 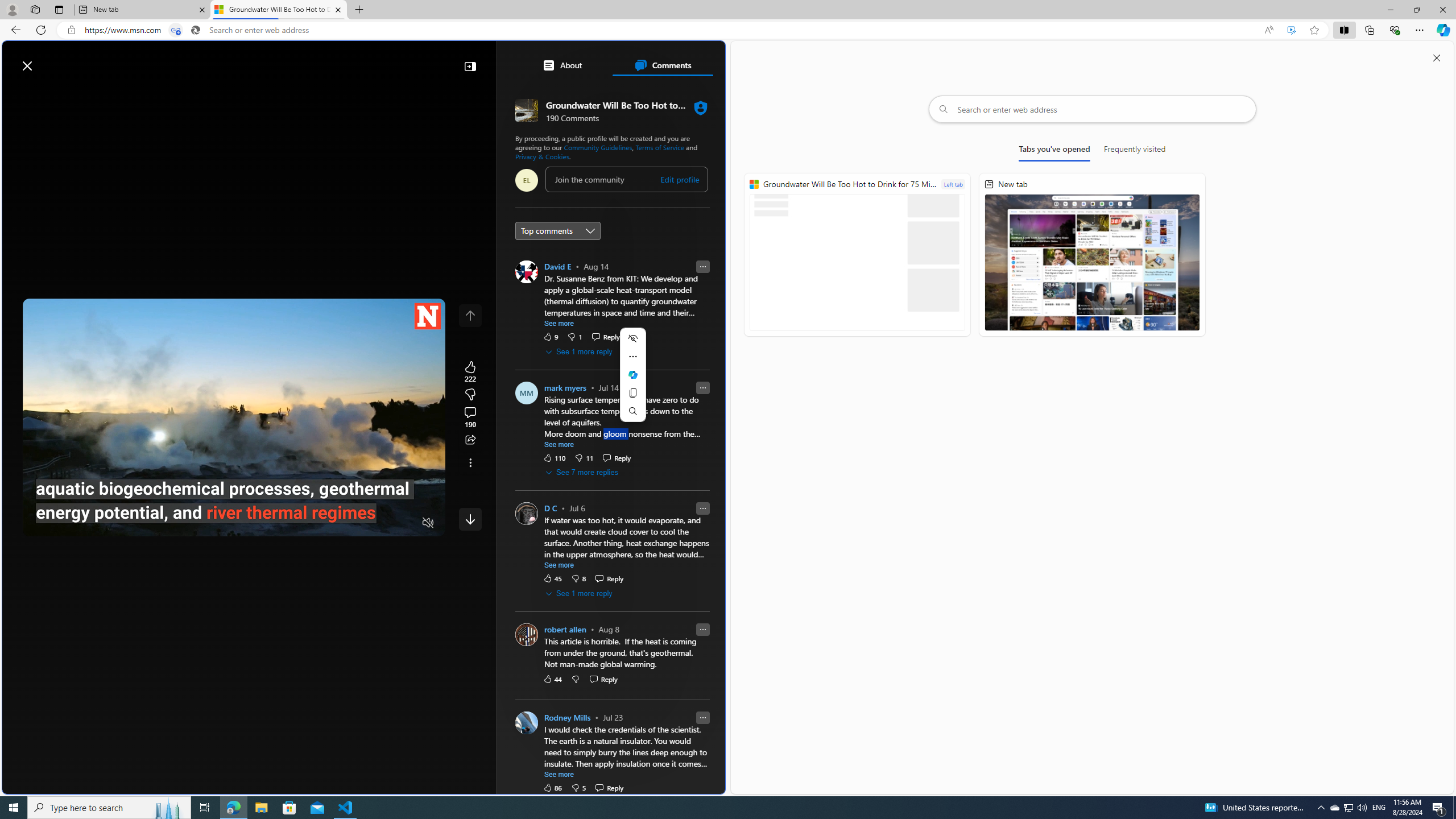 I want to click on 'Reply Reply Comment', so click(x=609, y=787).